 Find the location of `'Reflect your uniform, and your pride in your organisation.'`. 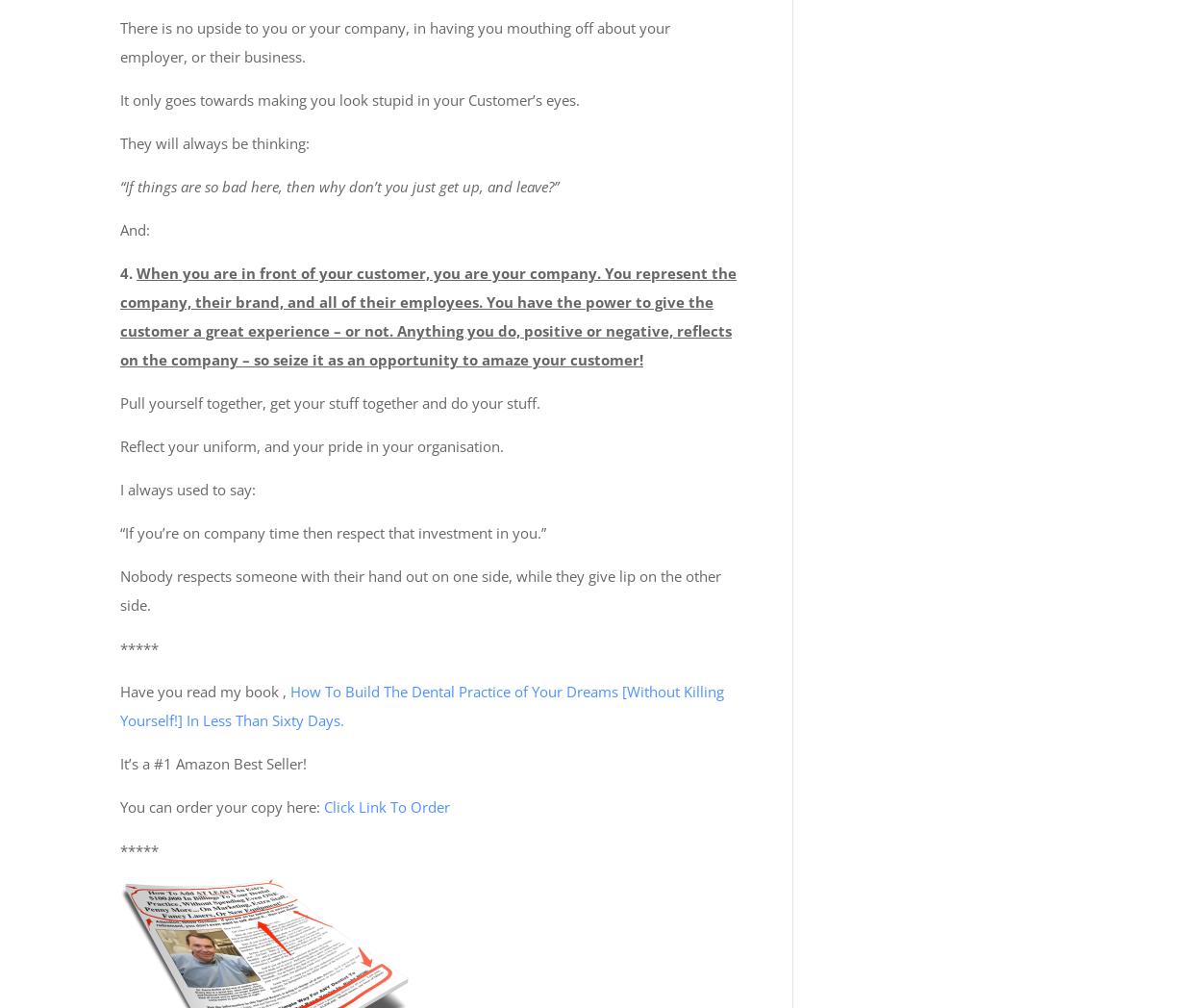

'Reflect your uniform, and your pride in your organisation.' is located at coordinates (311, 444).